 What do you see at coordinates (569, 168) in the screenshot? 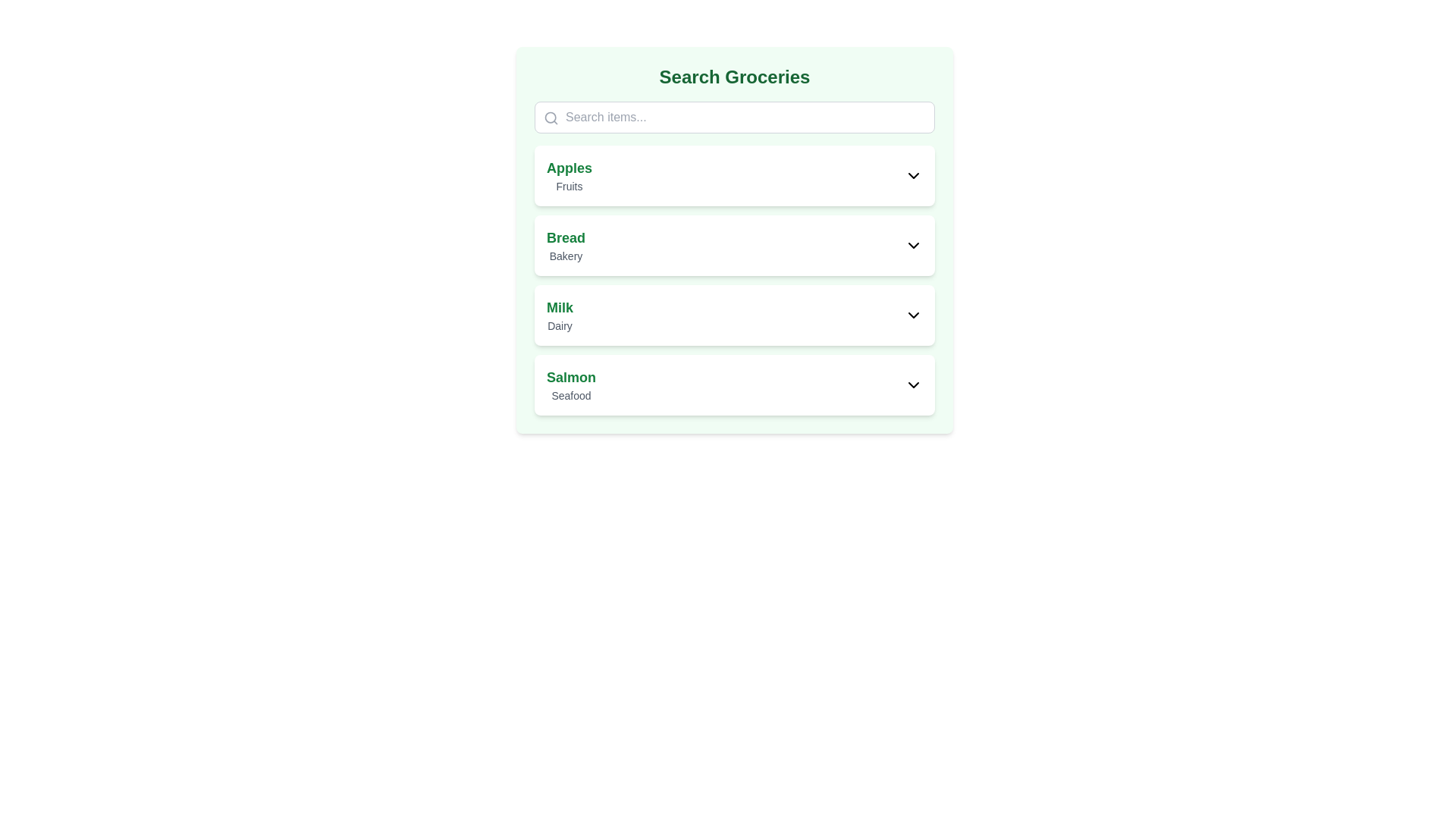
I see `the primary text label that serves as the title for the card located in the top-left quadrant, positioned above the 'Fruits' label` at bounding box center [569, 168].